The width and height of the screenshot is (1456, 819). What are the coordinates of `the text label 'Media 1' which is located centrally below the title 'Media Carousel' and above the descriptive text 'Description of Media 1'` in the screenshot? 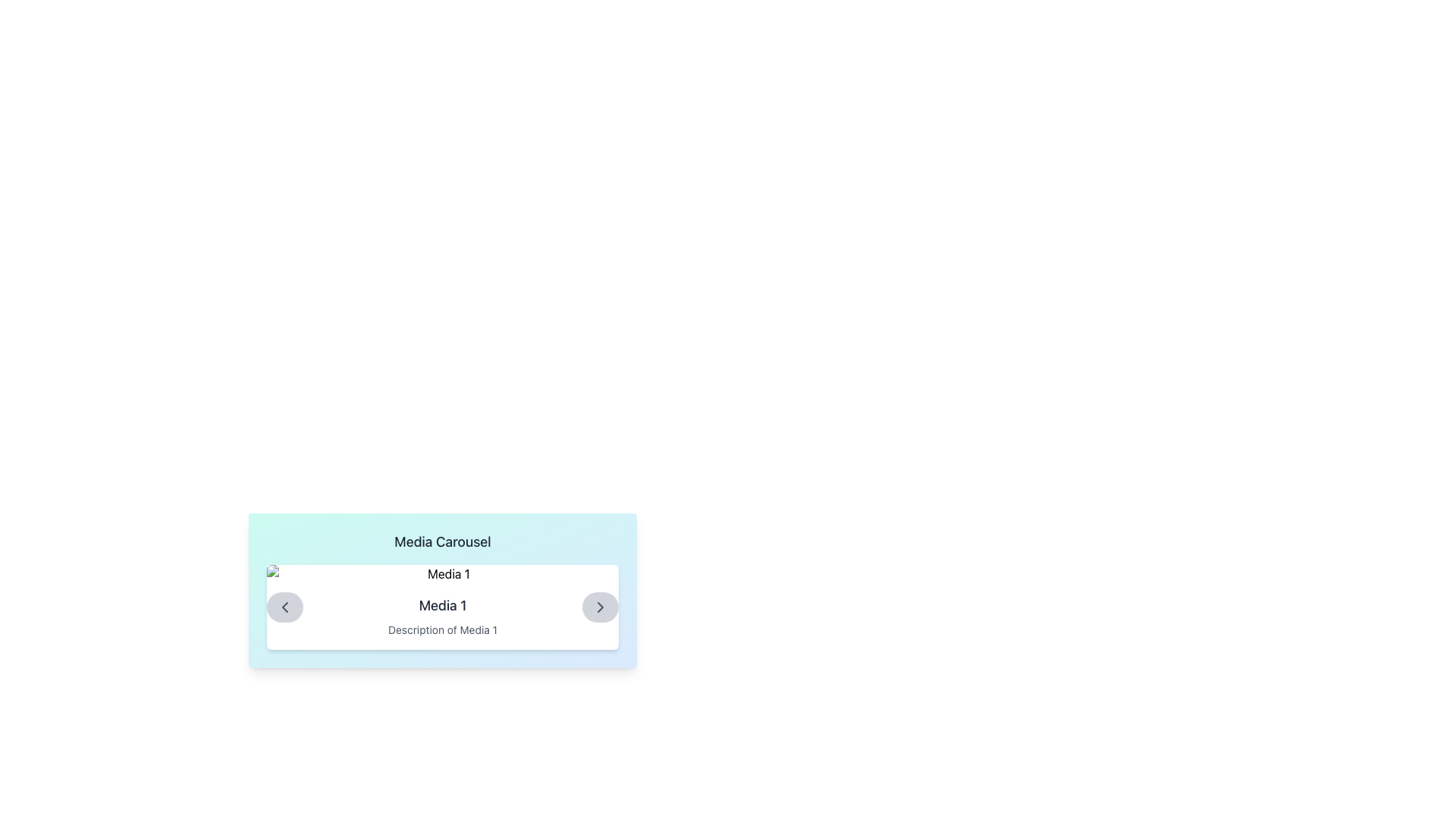 It's located at (442, 604).